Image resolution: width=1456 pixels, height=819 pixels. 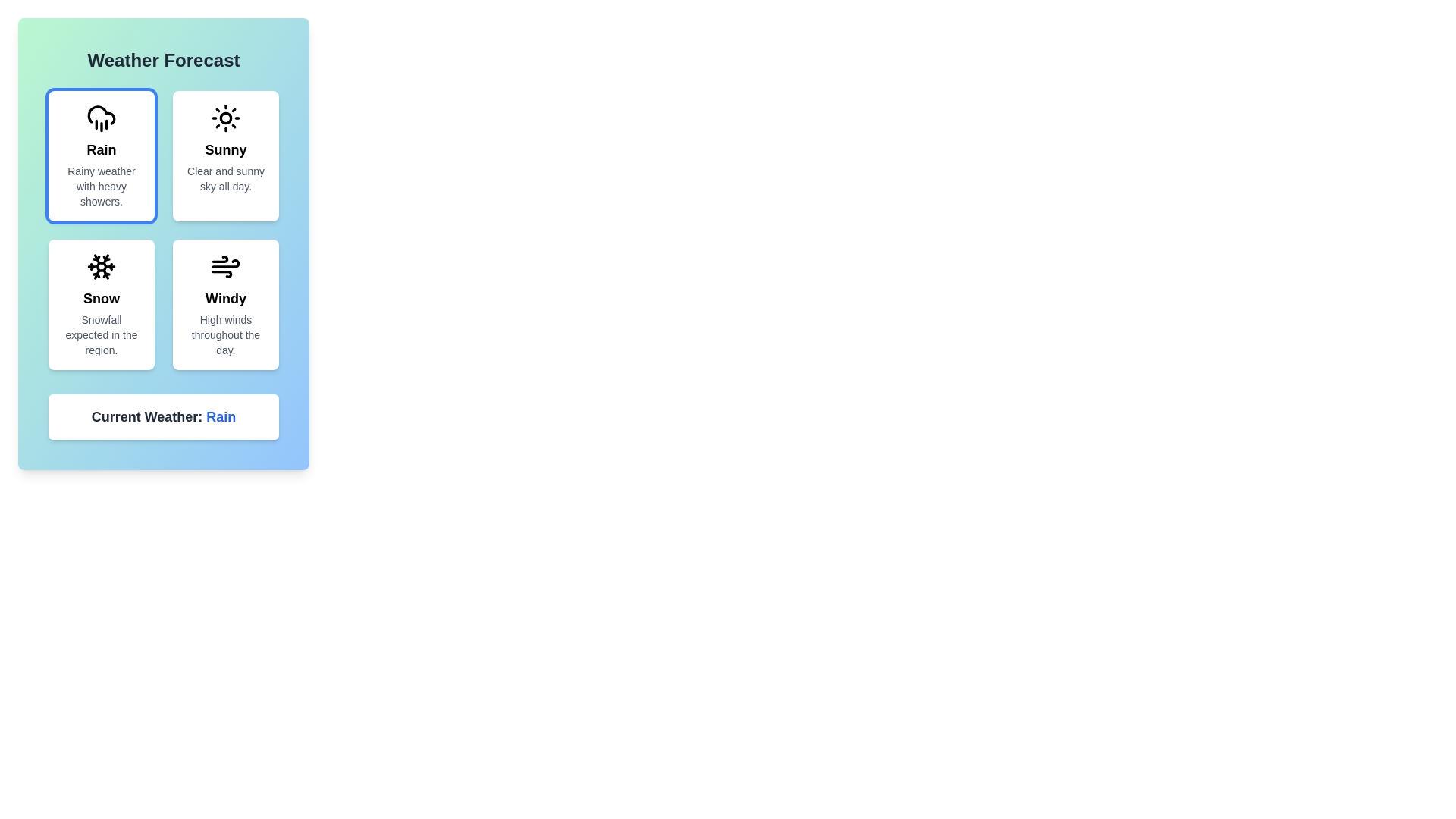 I want to click on the rain icon represented by the cloud with raindrops, located within the 'Rain' weather option in the top-left weather forecast card, so click(x=101, y=115).